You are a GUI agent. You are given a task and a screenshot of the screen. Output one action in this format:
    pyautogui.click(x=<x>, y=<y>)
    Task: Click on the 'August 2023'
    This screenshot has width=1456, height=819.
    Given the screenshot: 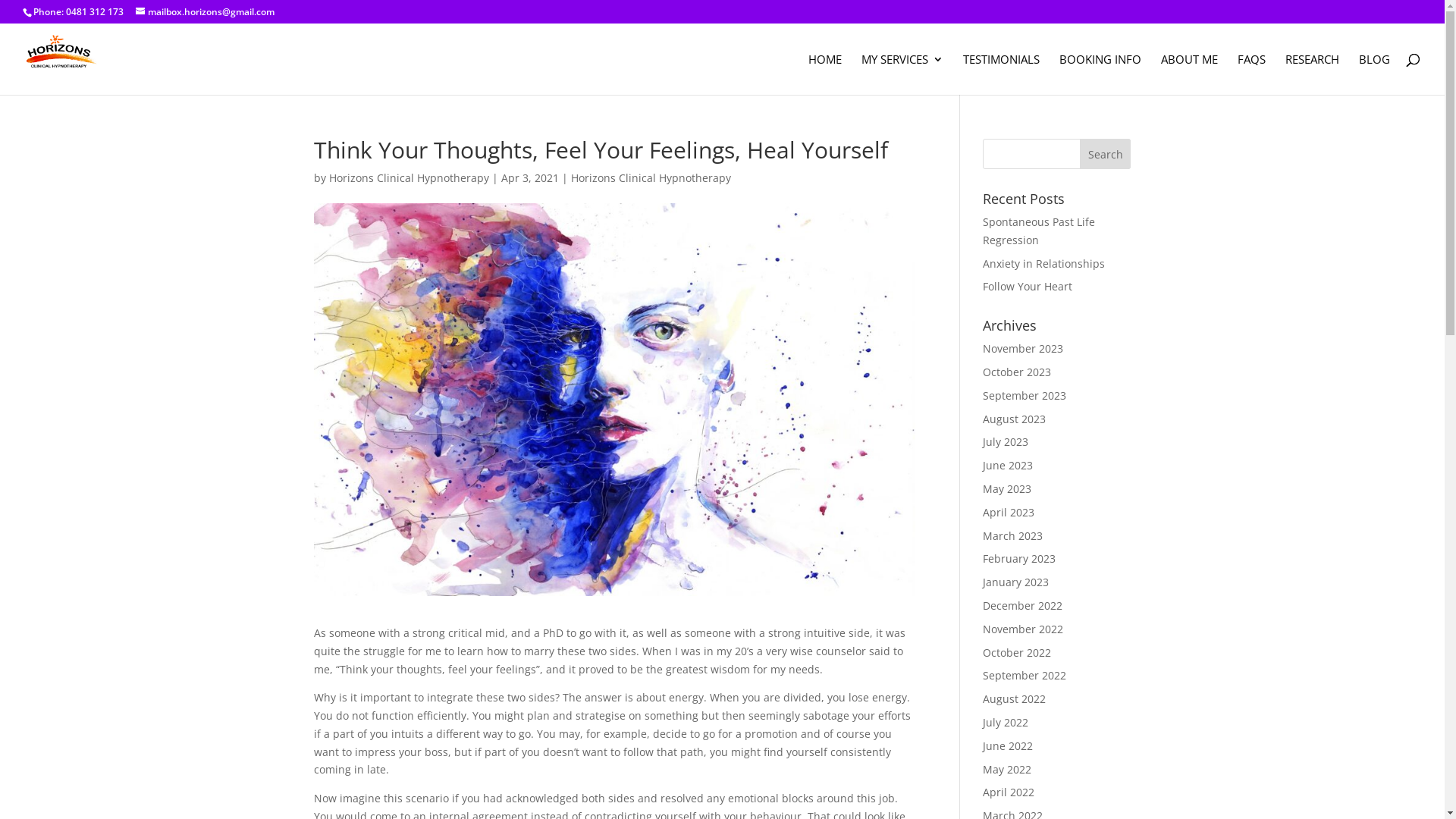 What is the action you would take?
    pyautogui.click(x=1014, y=419)
    